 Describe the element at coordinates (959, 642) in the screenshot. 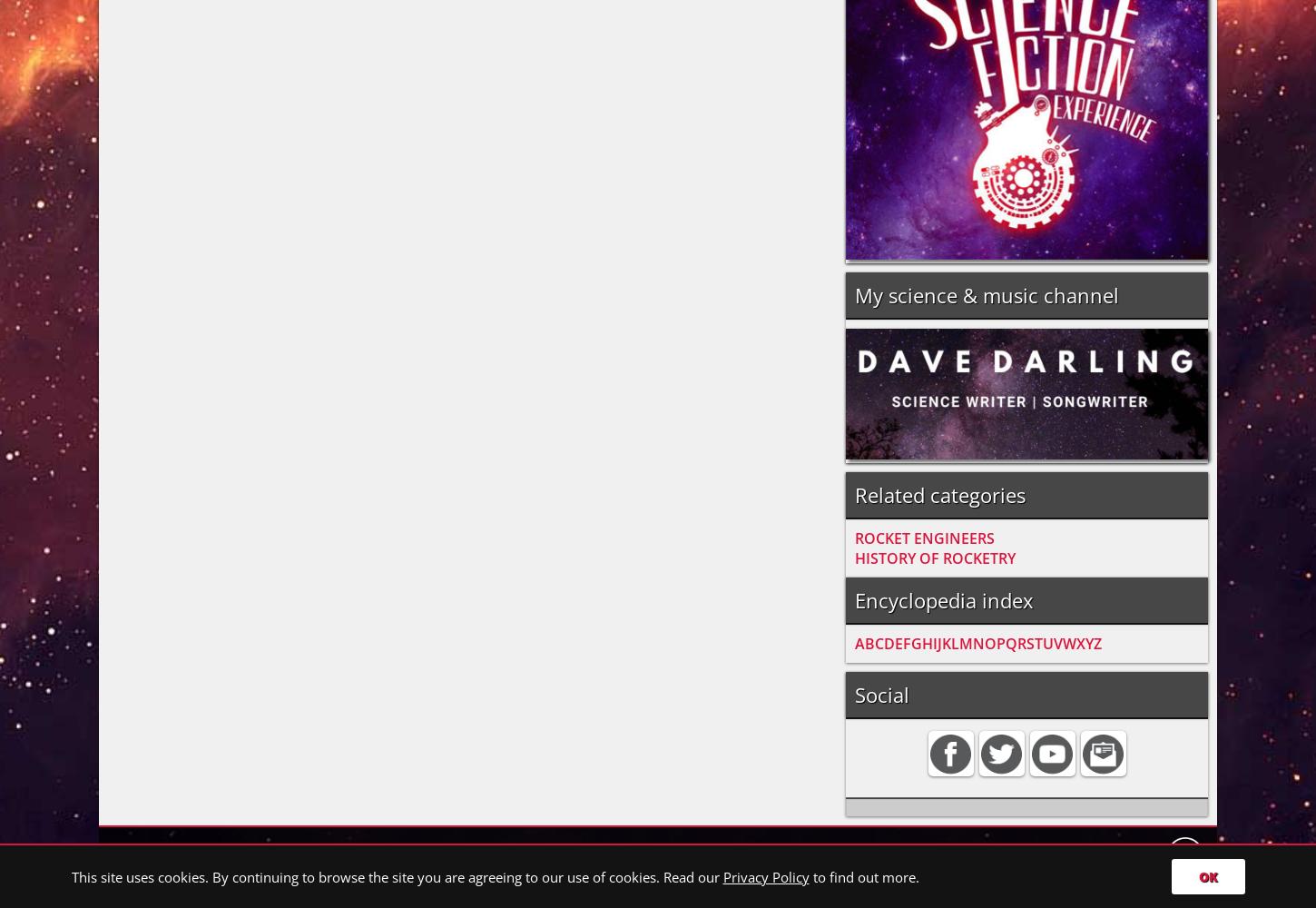

I see `'M'` at that location.